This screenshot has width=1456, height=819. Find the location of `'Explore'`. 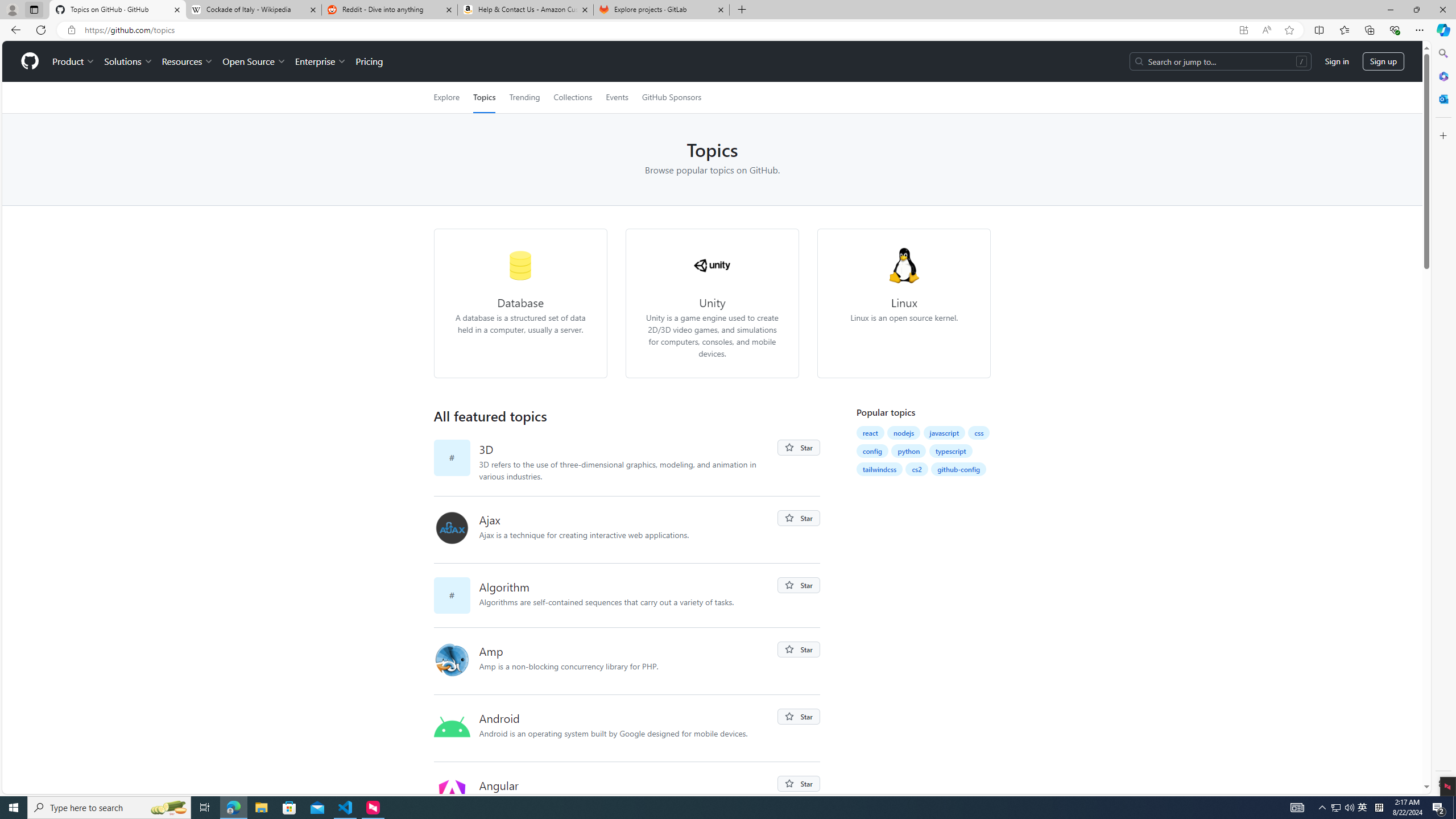

'Explore' is located at coordinates (446, 97).